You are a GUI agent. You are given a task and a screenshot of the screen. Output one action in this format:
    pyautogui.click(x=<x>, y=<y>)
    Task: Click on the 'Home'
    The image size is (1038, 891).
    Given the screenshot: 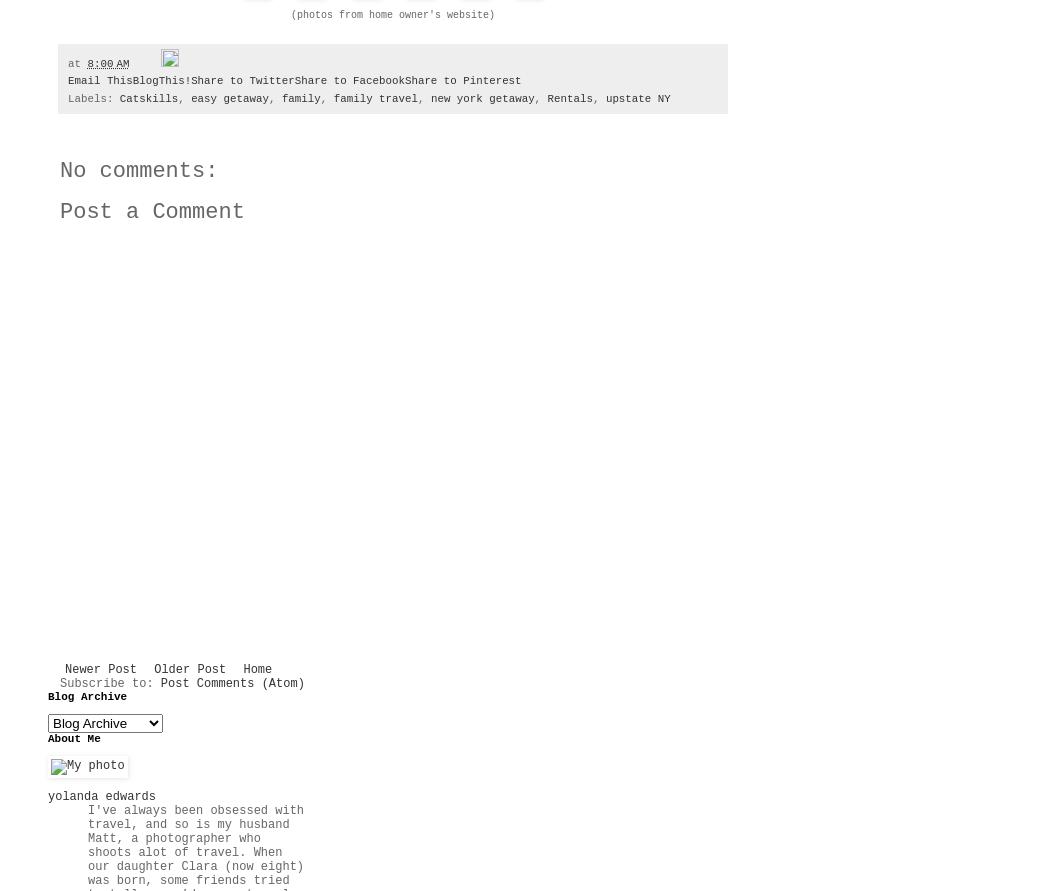 What is the action you would take?
    pyautogui.click(x=241, y=669)
    